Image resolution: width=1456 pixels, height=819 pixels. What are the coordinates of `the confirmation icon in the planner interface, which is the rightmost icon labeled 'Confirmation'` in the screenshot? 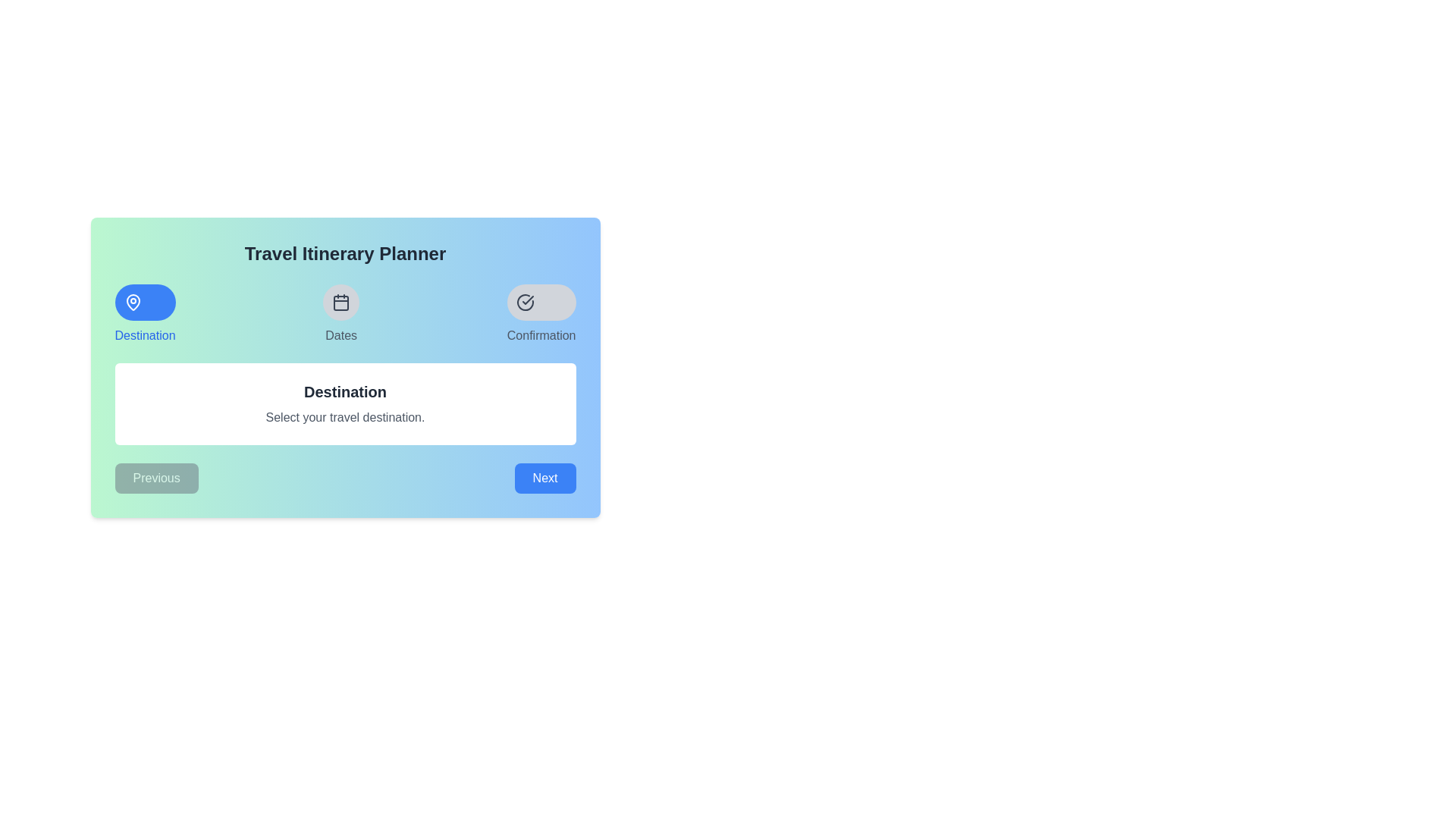 It's located at (525, 302).